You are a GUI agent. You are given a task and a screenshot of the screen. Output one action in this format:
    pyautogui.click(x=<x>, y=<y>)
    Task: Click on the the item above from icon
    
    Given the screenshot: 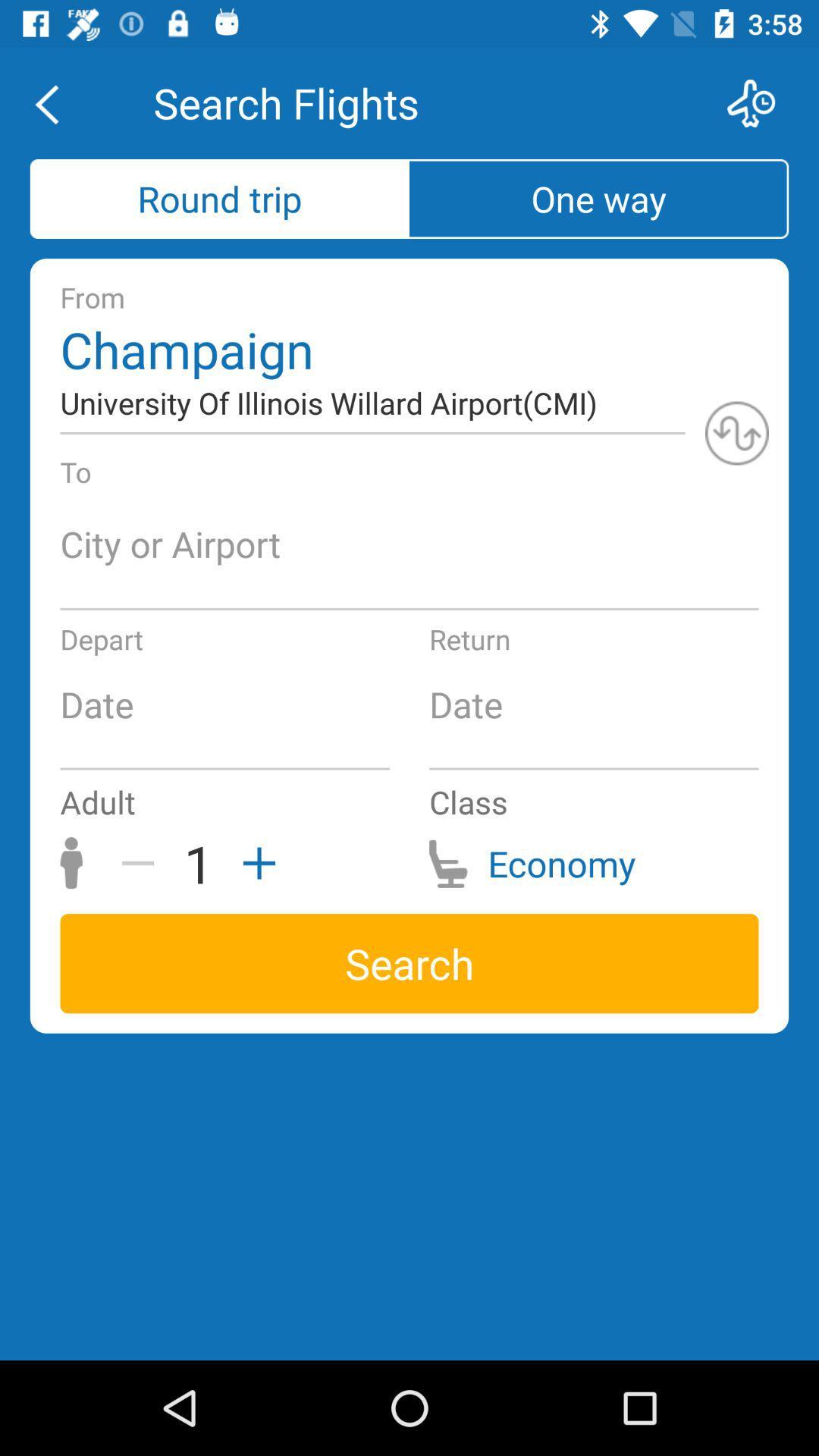 What is the action you would take?
    pyautogui.click(x=219, y=198)
    